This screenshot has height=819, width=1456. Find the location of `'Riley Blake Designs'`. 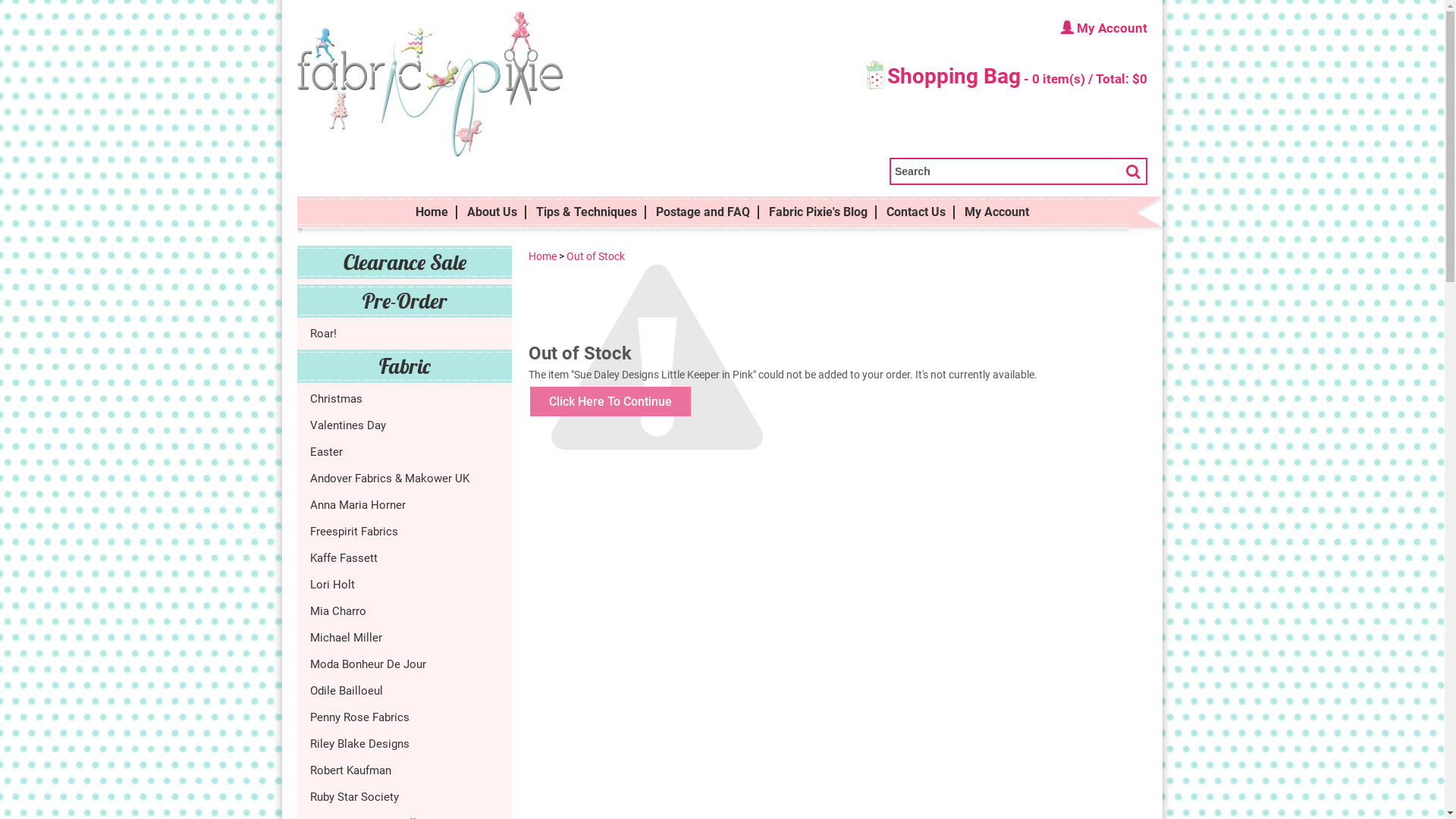

'Riley Blake Designs' is located at coordinates (404, 742).